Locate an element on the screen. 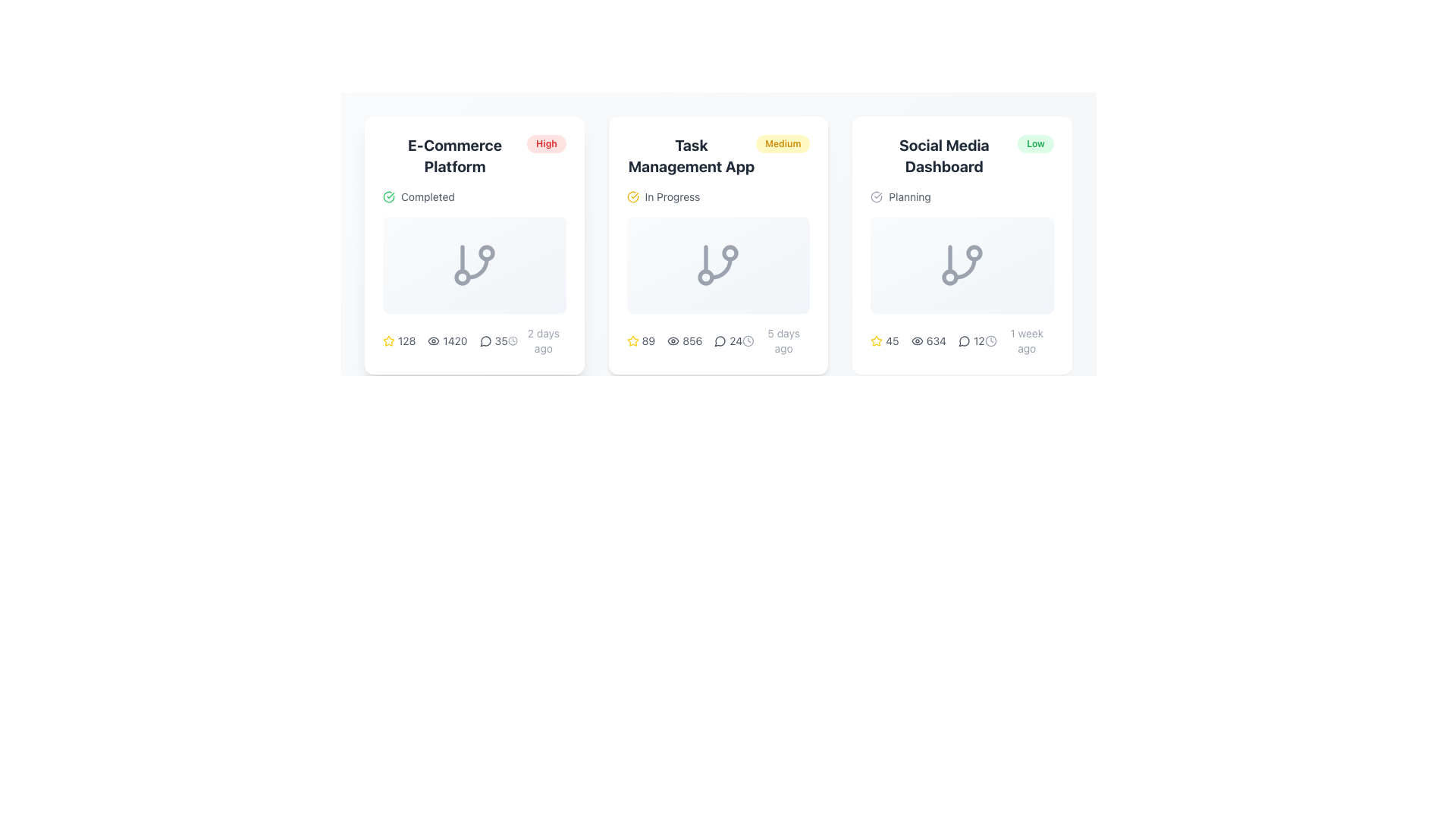  the eye-like icon located in the lower portion of the 'Social Media Dashboard' card for additional actions or metrics is located at coordinates (916, 341).